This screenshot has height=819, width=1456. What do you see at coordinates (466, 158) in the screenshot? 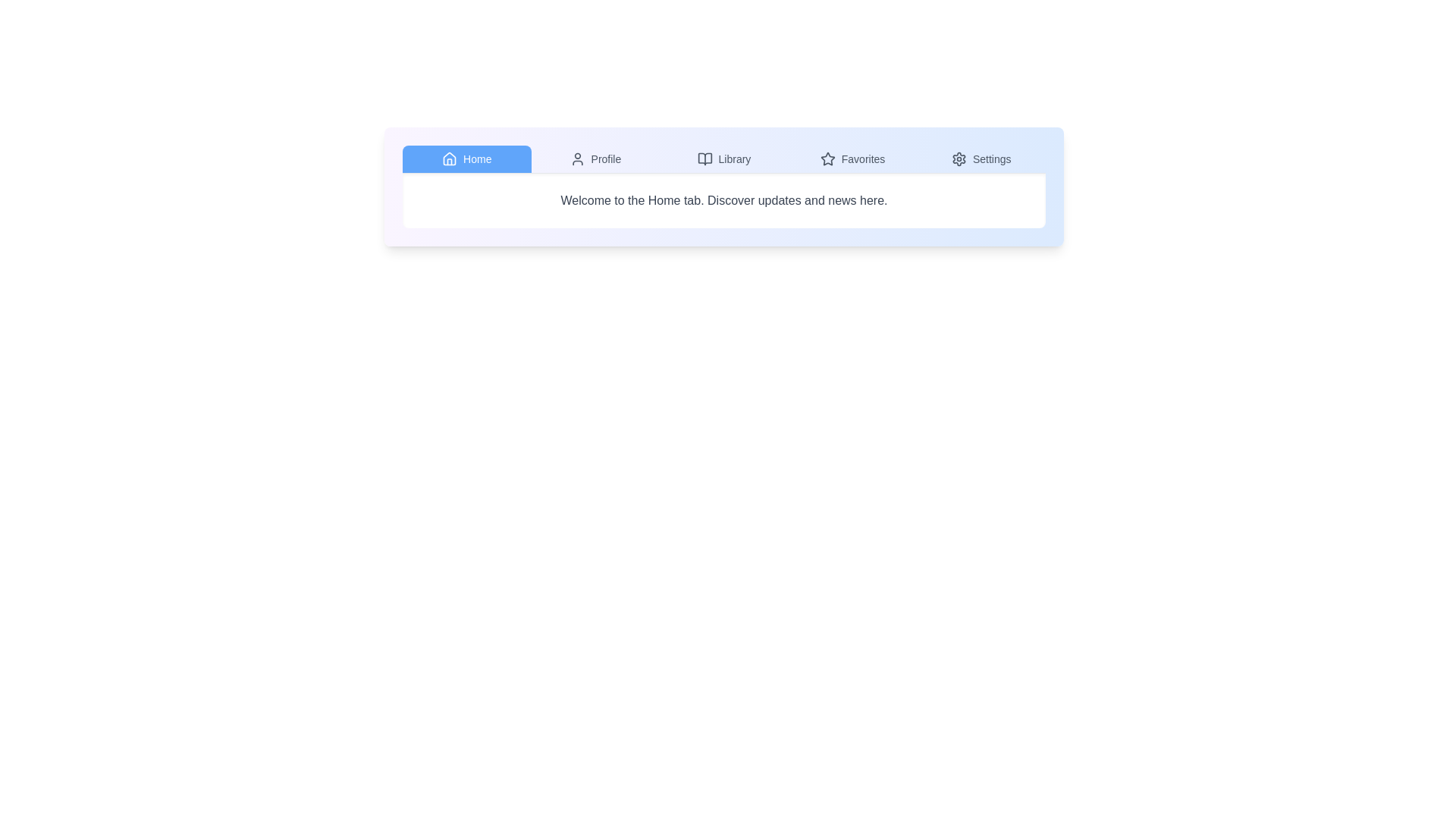
I see `the 'Home' button, which is a rectangular button with a blue background and white text, located at the far left of the navigation bar` at bounding box center [466, 158].